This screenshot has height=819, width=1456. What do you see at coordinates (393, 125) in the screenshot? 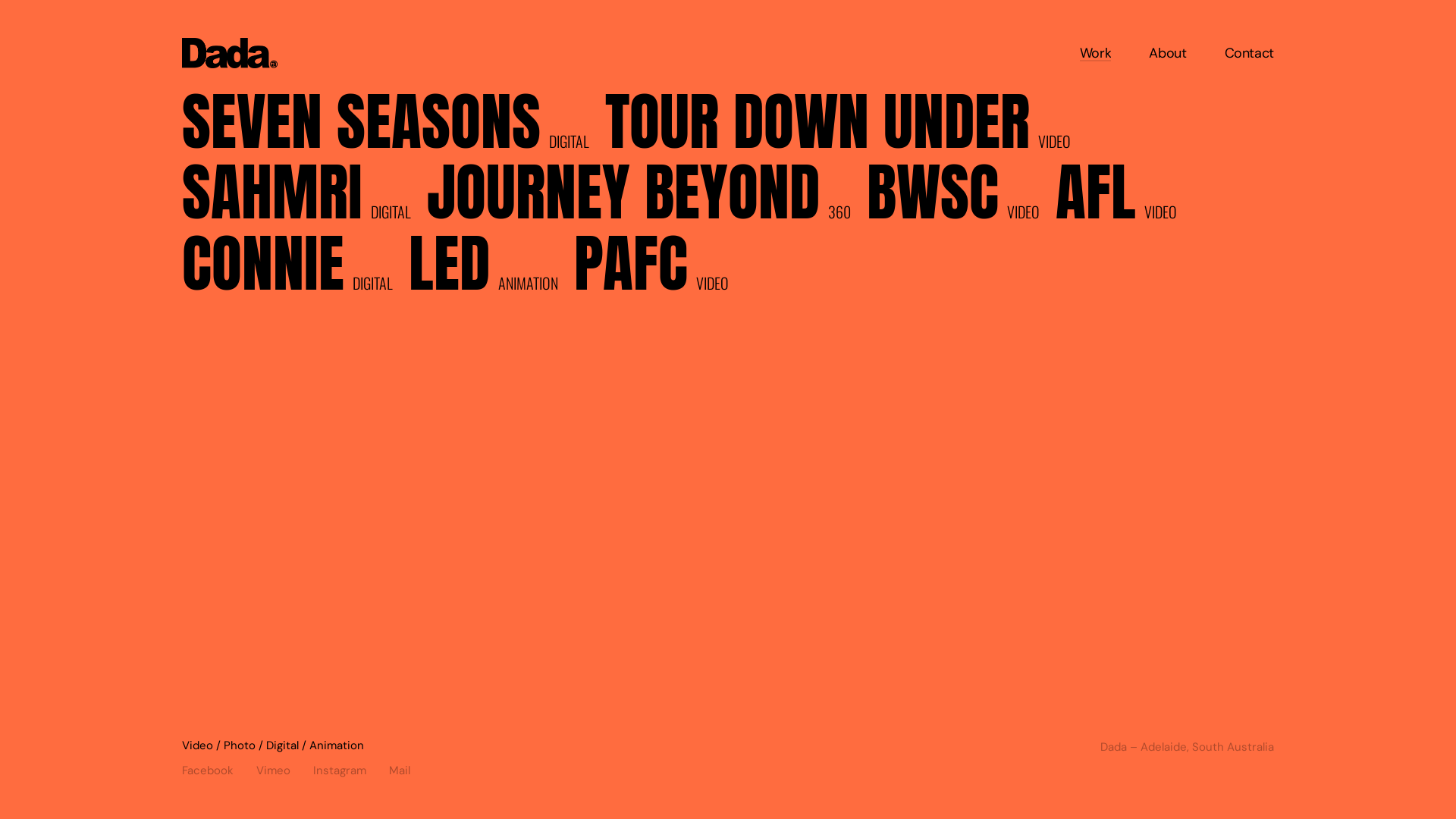
I see `'SEVEN SEASONS DIGITAL'` at bounding box center [393, 125].